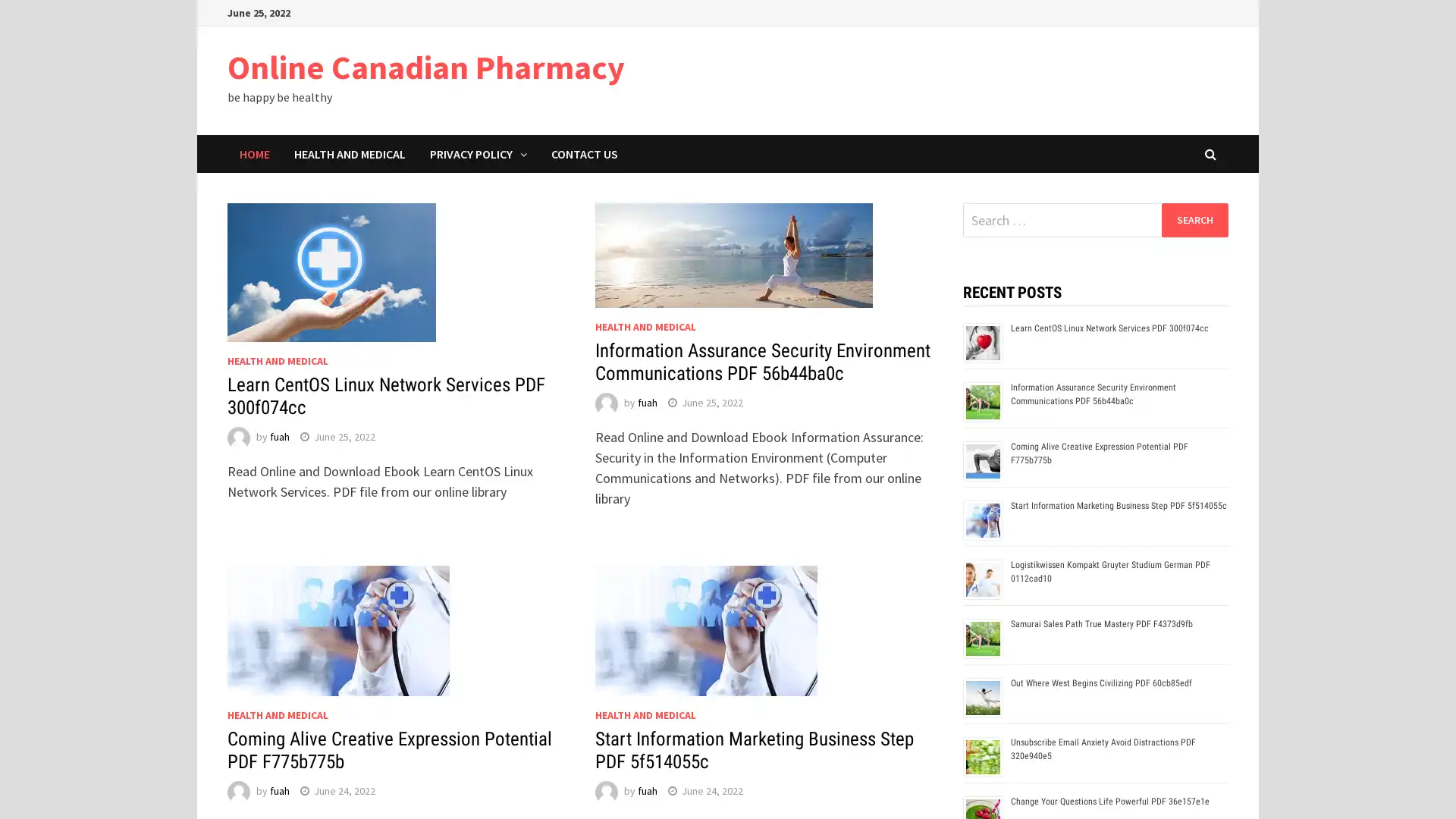 The image size is (1456, 819). I want to click on Search, so click(1194, 219).